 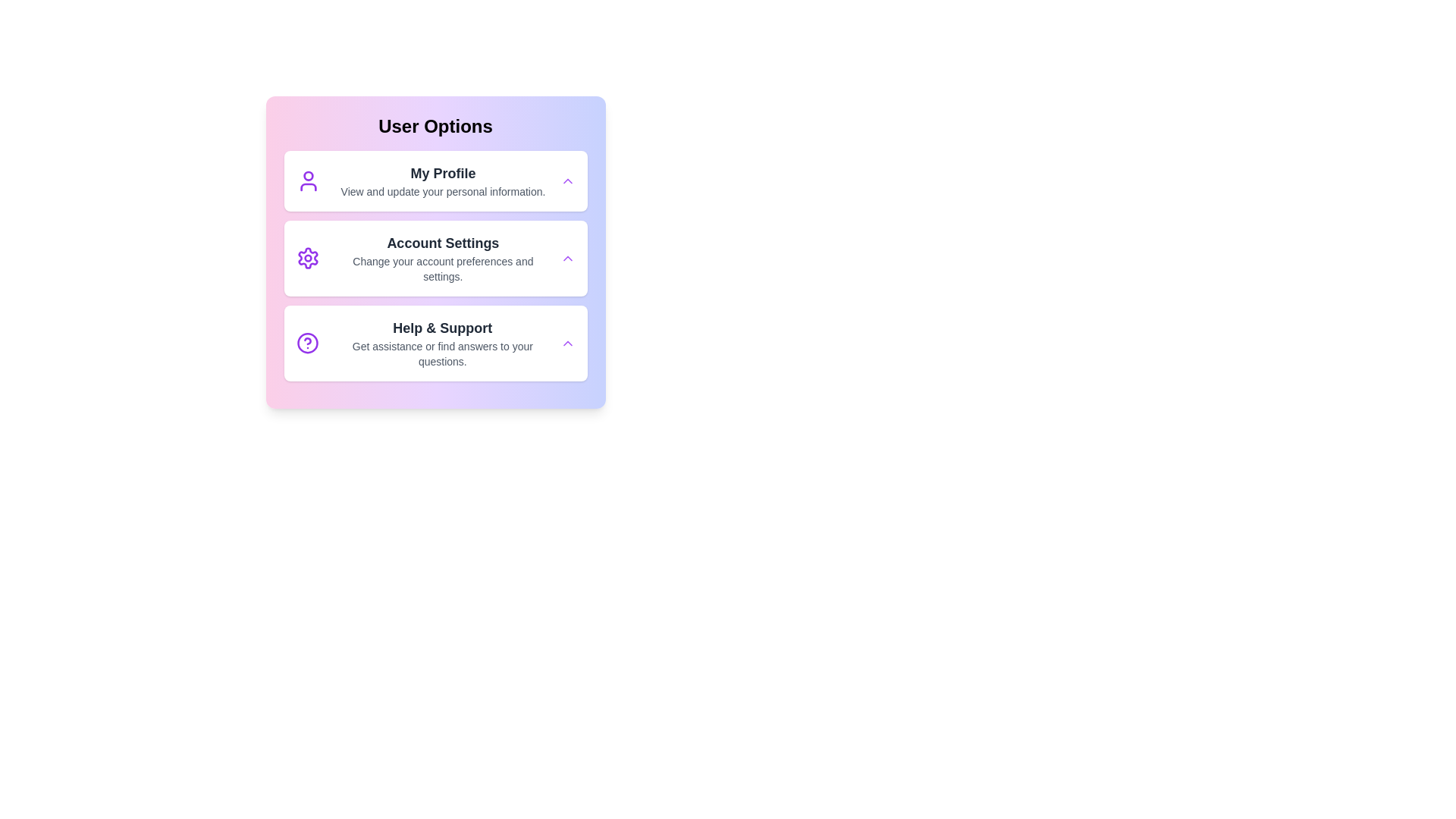 What do you see at coordinates (307, 257) in the screenshot?
I see `the icon associated with the list item Account Settings` at bounding box center [307, 257].